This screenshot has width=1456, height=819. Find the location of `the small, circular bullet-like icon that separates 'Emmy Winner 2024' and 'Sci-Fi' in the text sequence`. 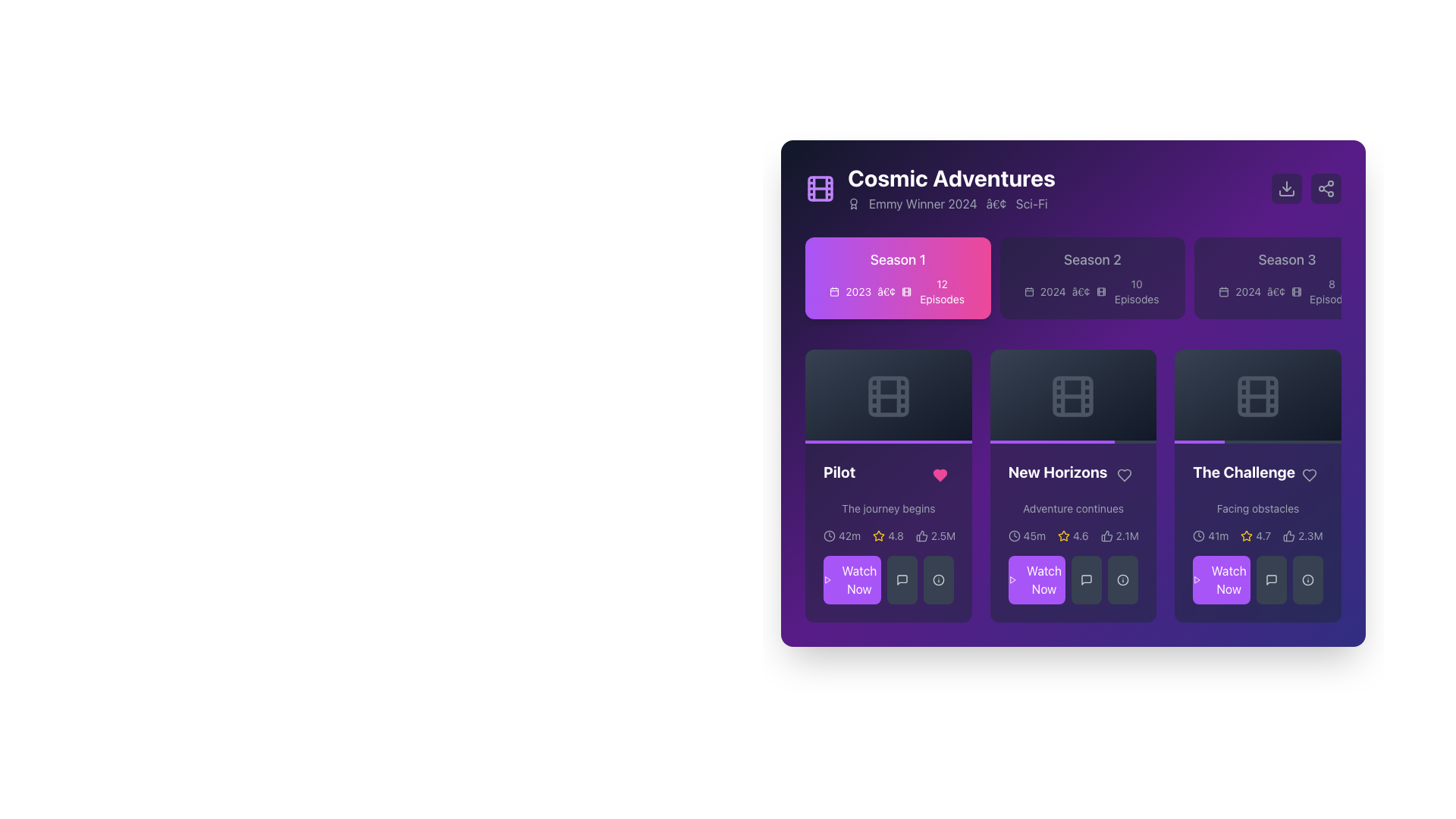

the small, circular bullet-like icon that separates 'Emmy Winner 2024' and 'Sci-Fi' in the text sequence is located at coordinates (996, 203).